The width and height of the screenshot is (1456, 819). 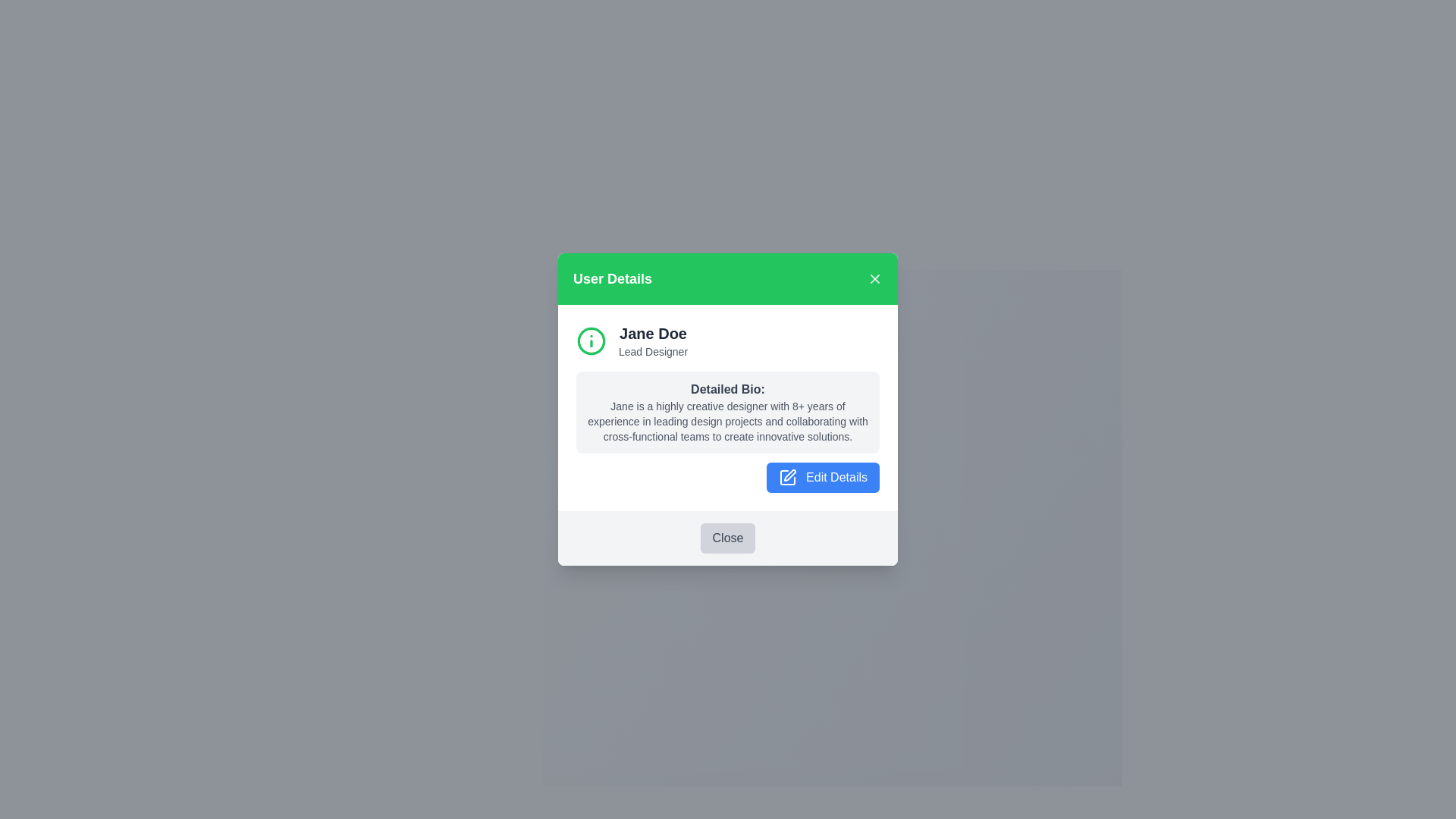 I want to click on the bold text label reading 'User Details' located in the header section of the modal, which is styled with a larger font size and white text on a green background, so click(x=612, y=278).